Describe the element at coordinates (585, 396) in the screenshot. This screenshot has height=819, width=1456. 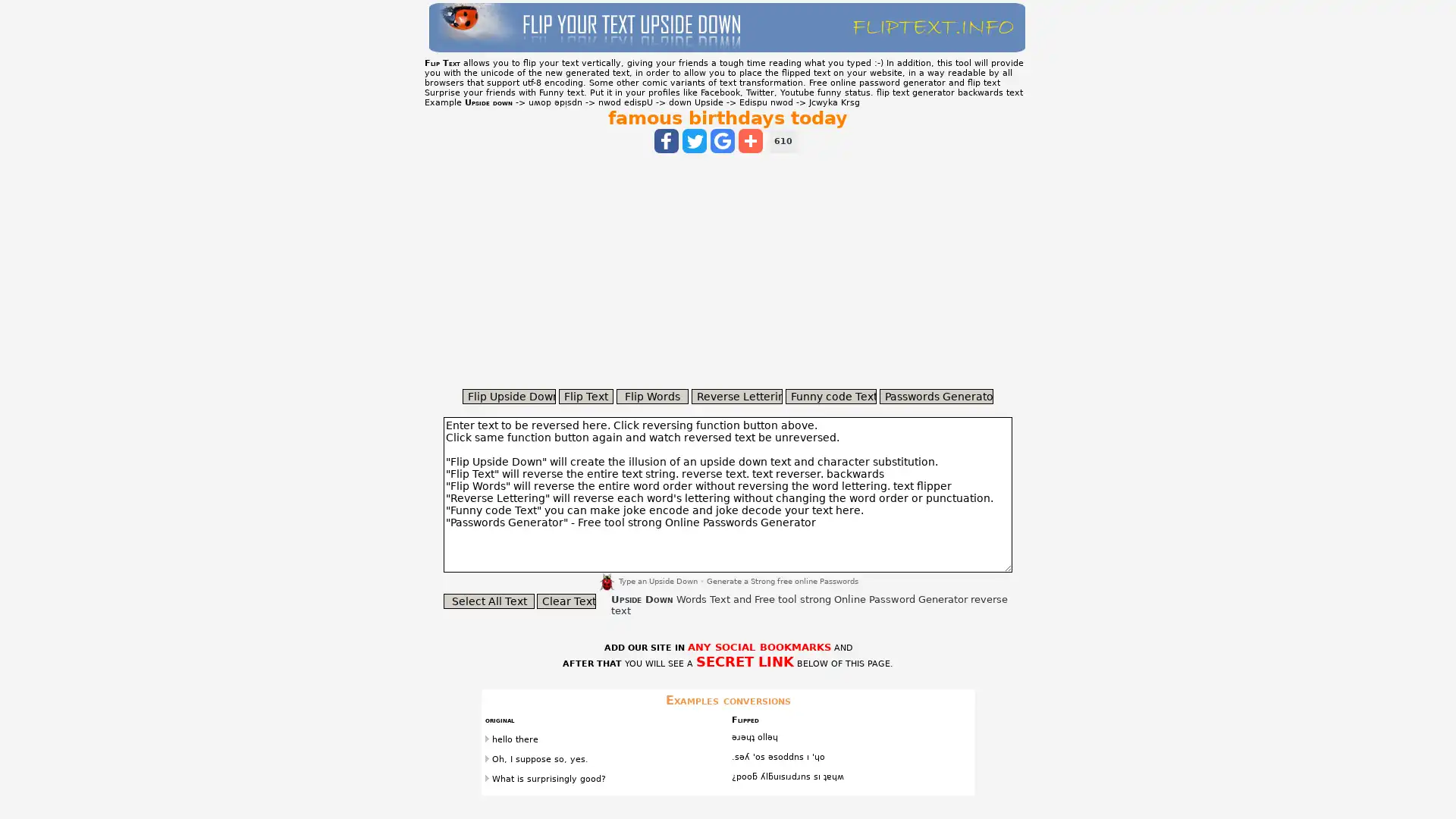
I see `Flip Text` at that location.